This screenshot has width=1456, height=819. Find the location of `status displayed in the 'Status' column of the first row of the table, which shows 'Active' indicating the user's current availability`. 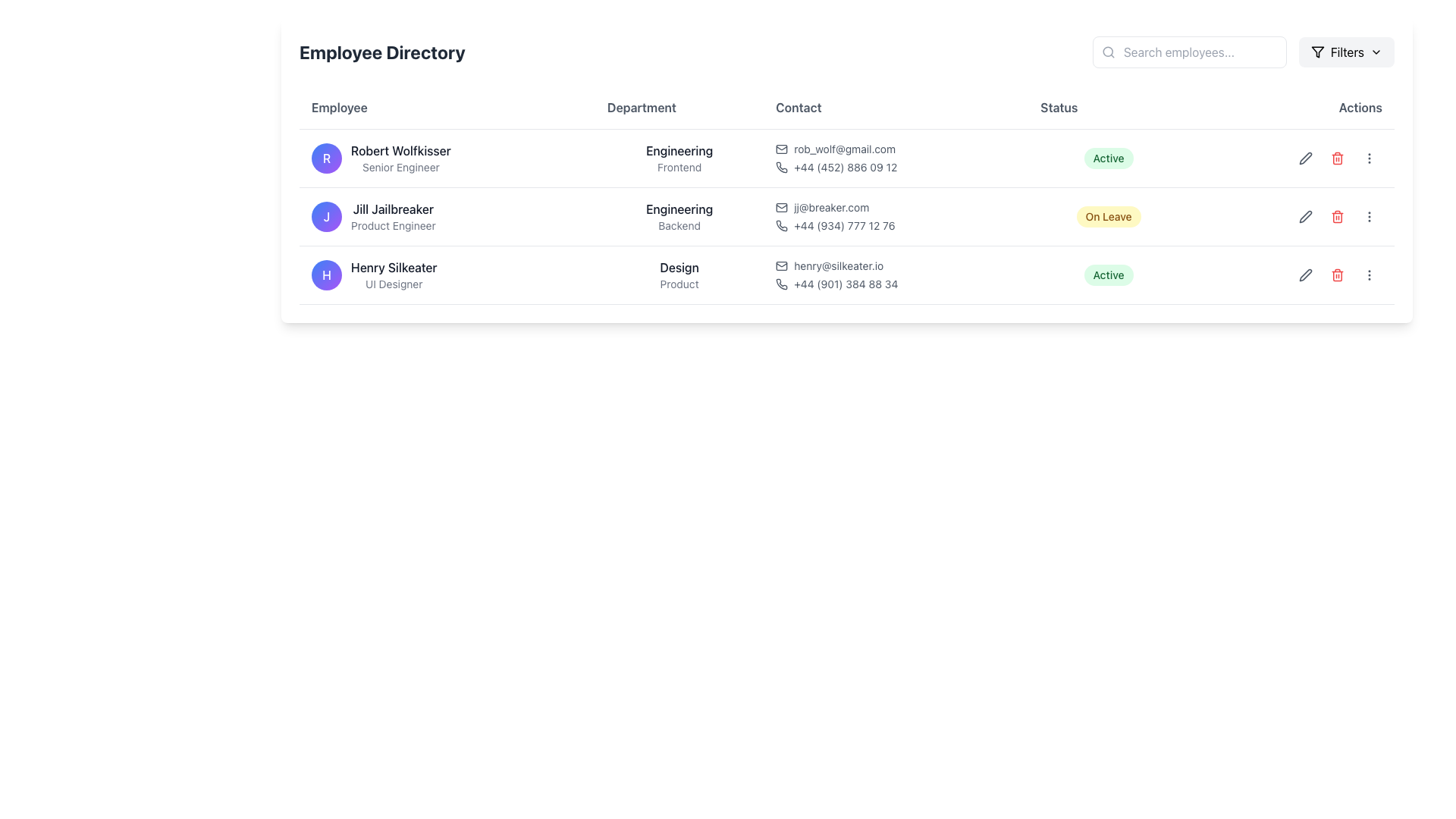

status displayed in the 'Status' column of the first row of the table, which shows 'Active' indicating the user's current availability is located at coordinates (1109, 158).